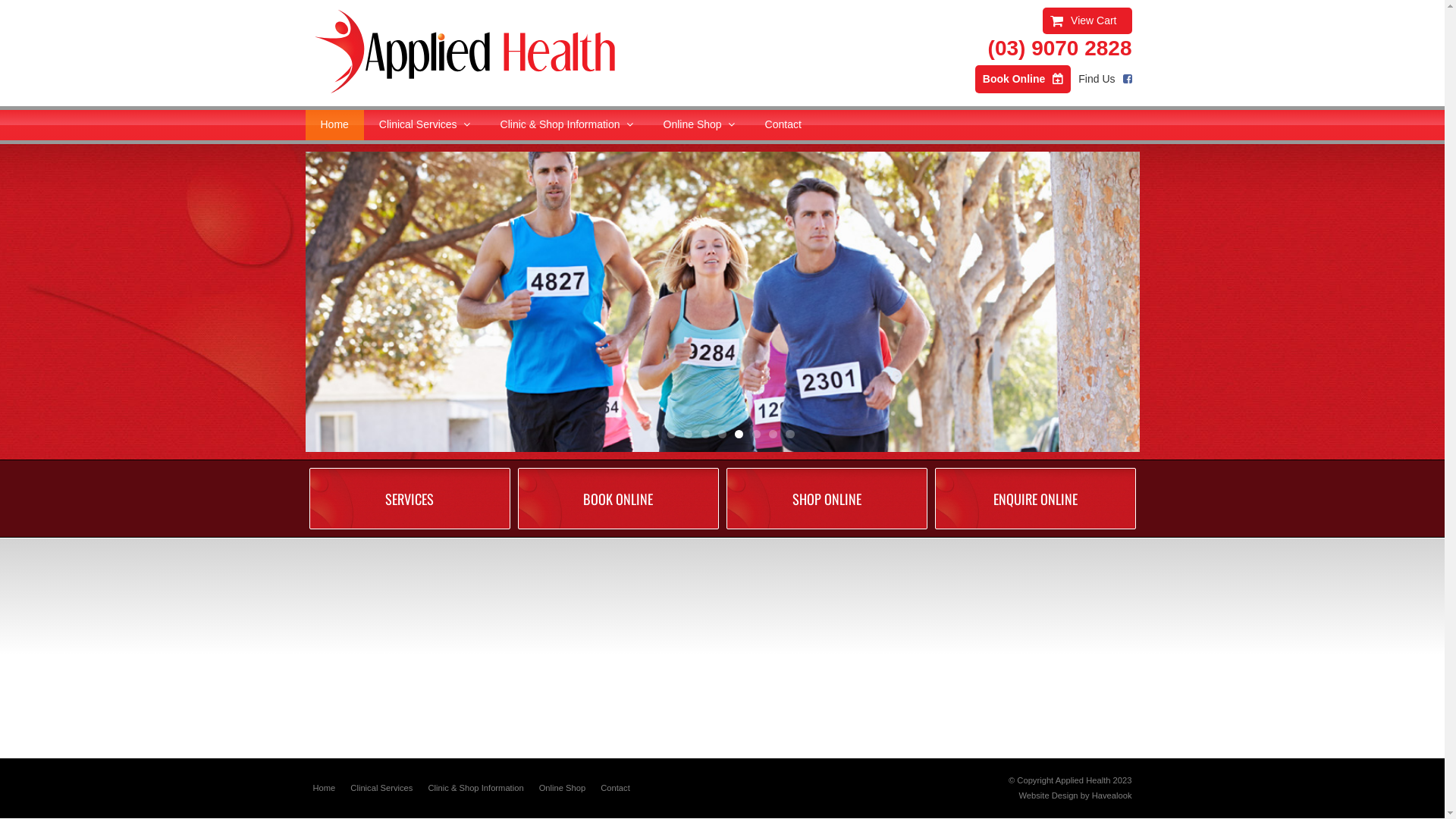 This screenshot has height=819, width=1456. I want to click on 'Contact', so click(749, 124).